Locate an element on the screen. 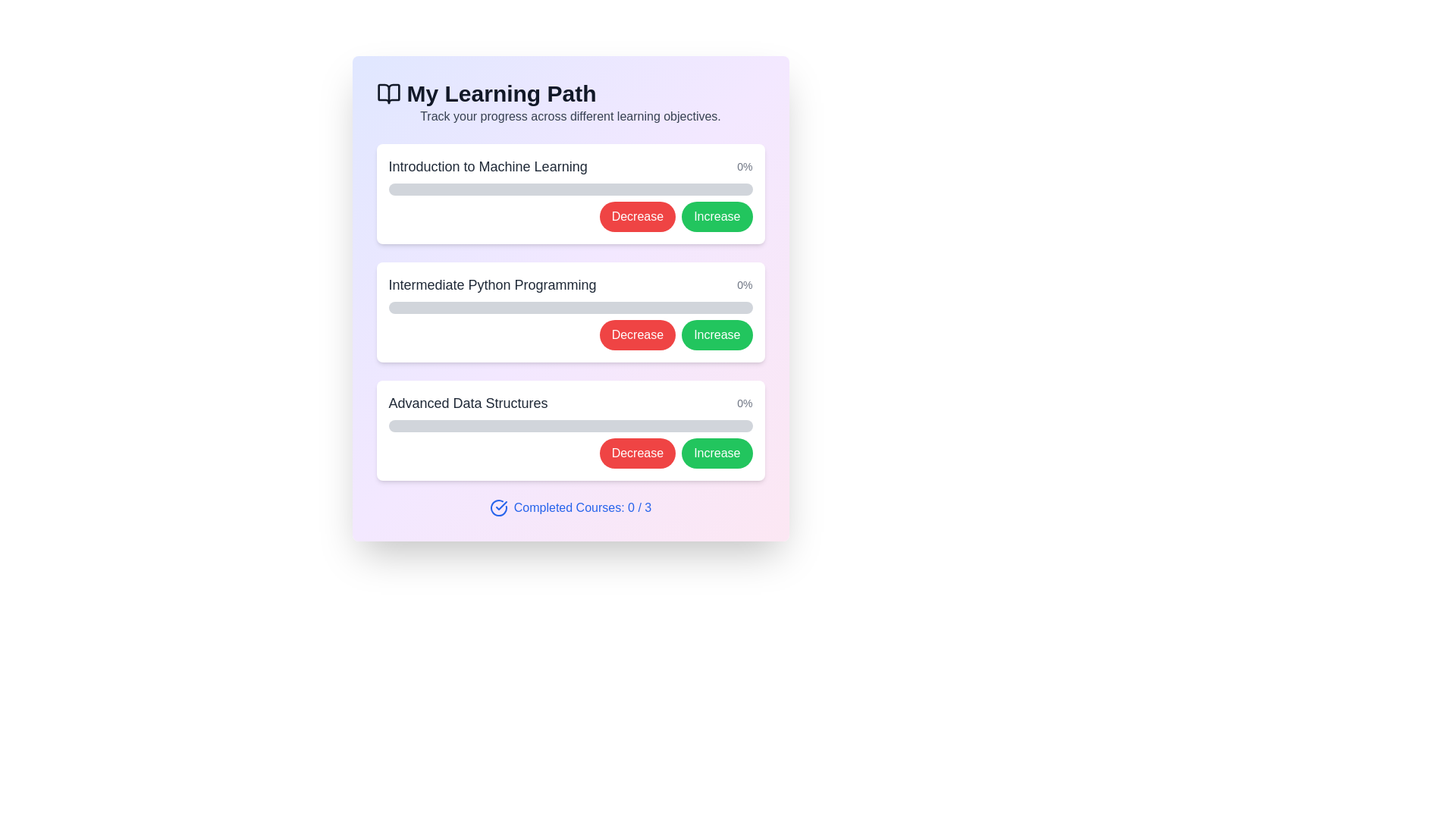 This screenshot has height=819, width=1456. the Progress Bar located within the 'Introduction to Machine Learning' card, positioned beneath the '0%' percentage display is located at coordinates (570, 189).